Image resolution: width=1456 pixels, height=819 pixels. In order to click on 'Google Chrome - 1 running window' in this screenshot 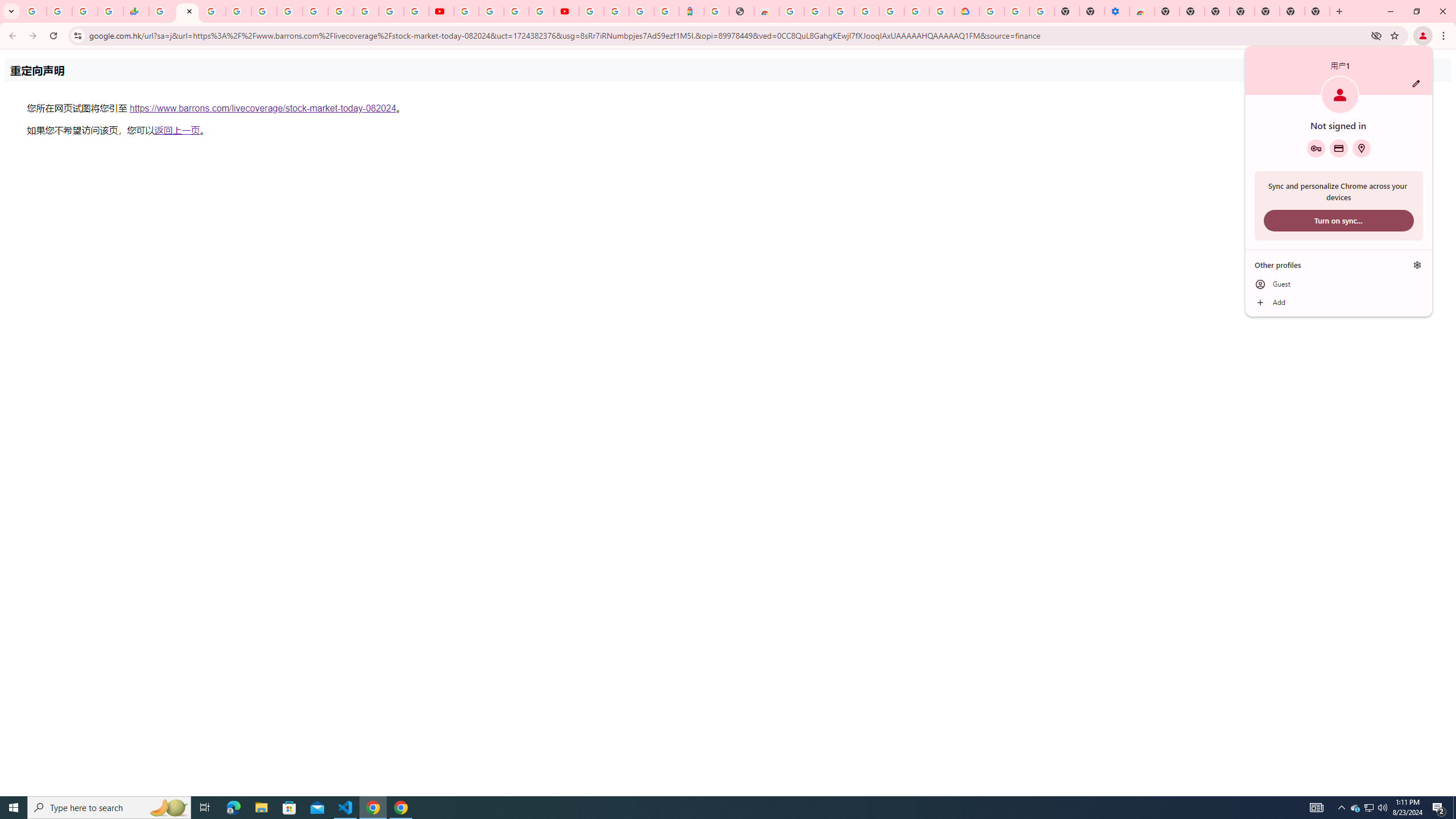, I will do `click(401, 806)`.